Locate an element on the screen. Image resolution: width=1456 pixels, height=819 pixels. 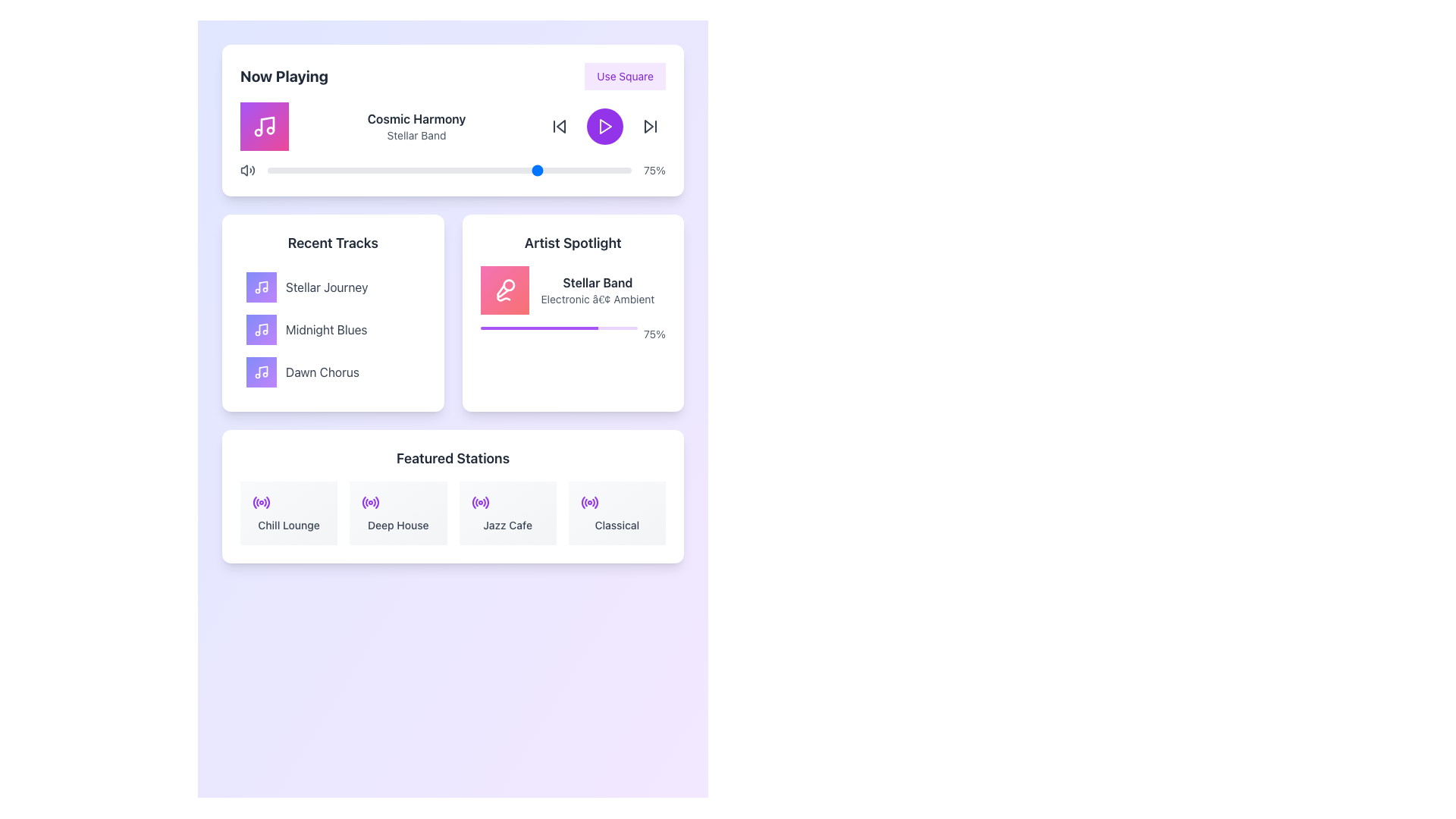
the slider is located at coordinates (598, 170).